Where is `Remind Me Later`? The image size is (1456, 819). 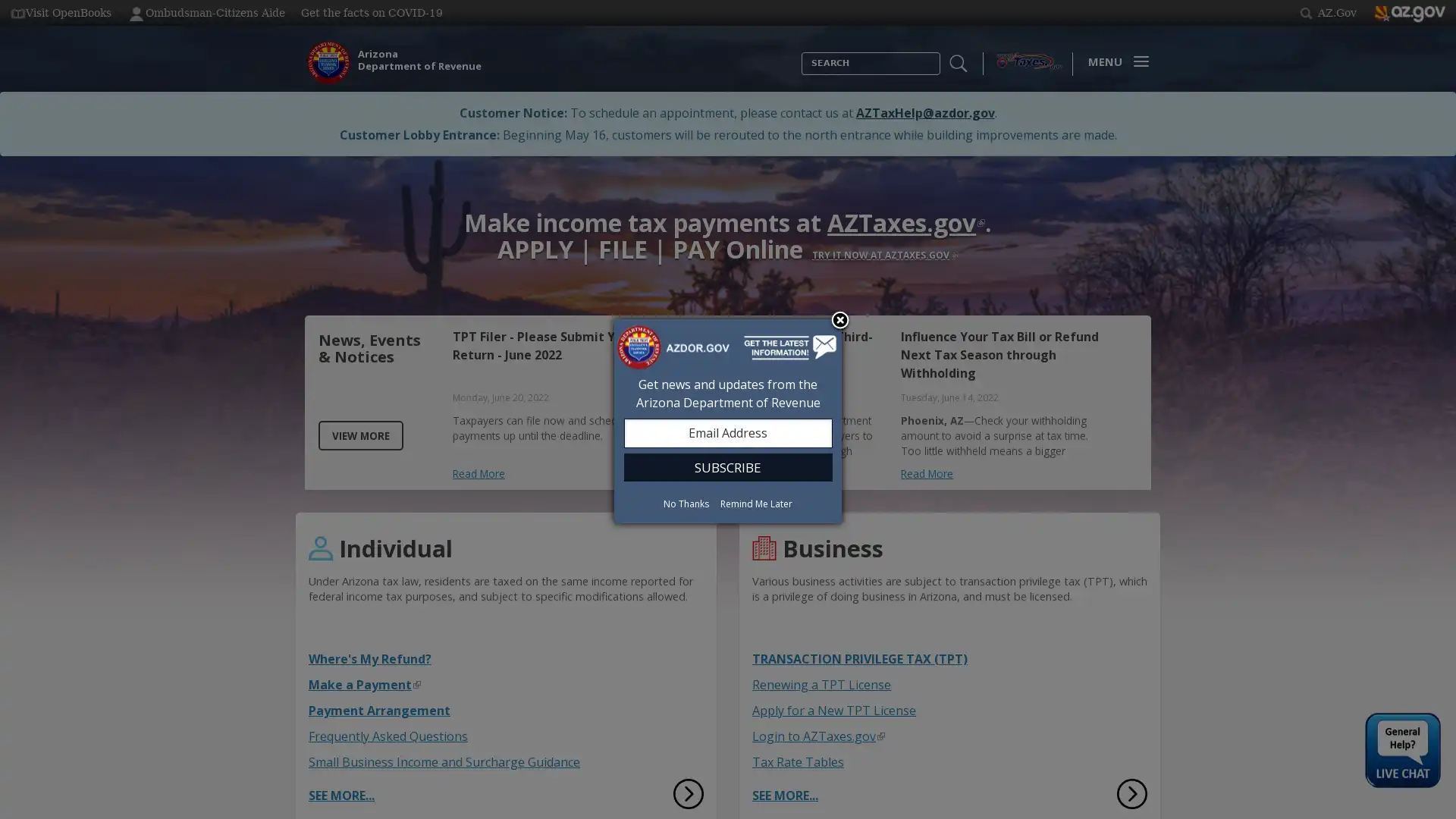 Remind Me Later is located at coordinates (756, 503).